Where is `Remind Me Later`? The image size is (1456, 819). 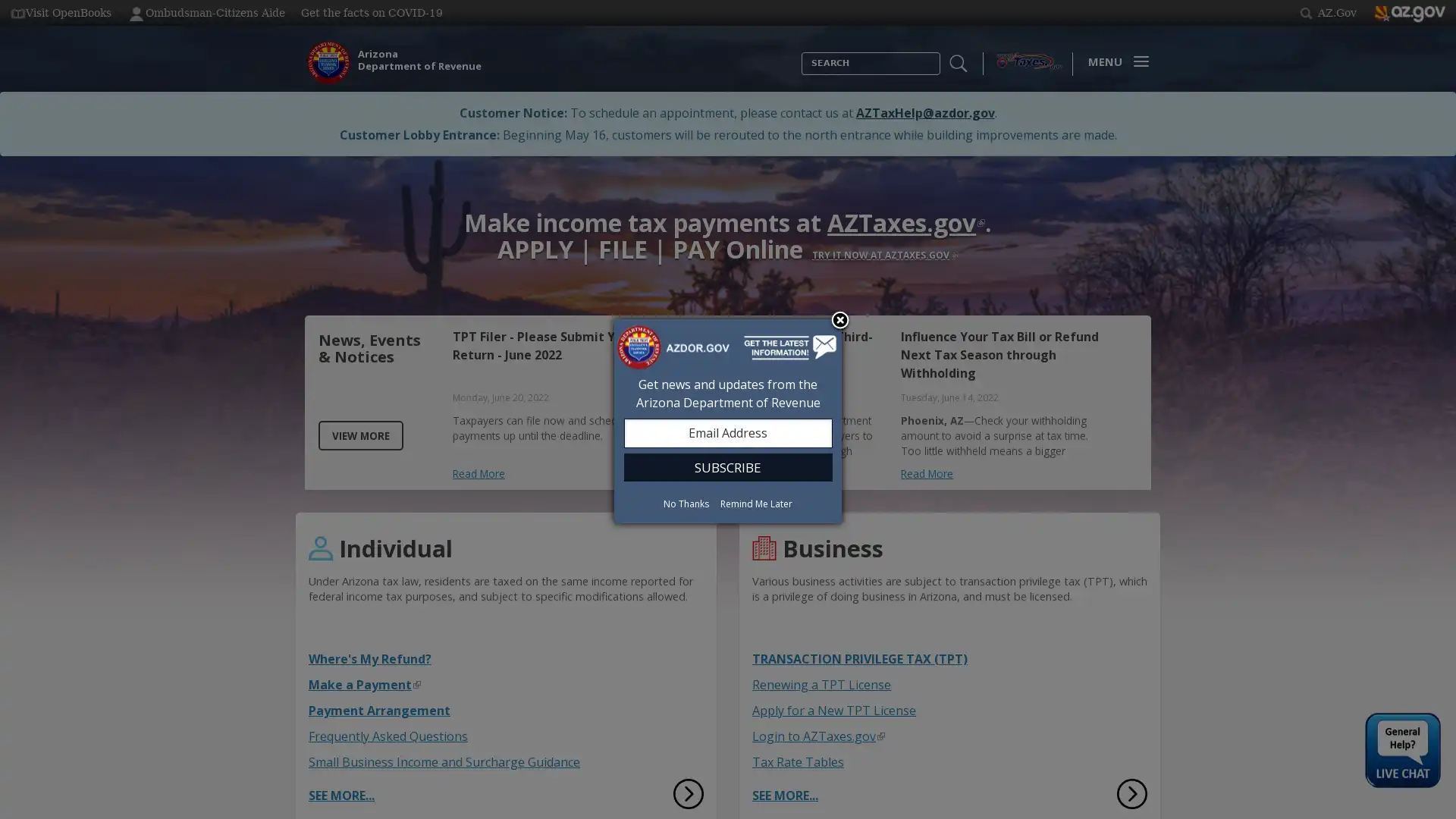 Remind Me Later is located at coordinates (756, 503).